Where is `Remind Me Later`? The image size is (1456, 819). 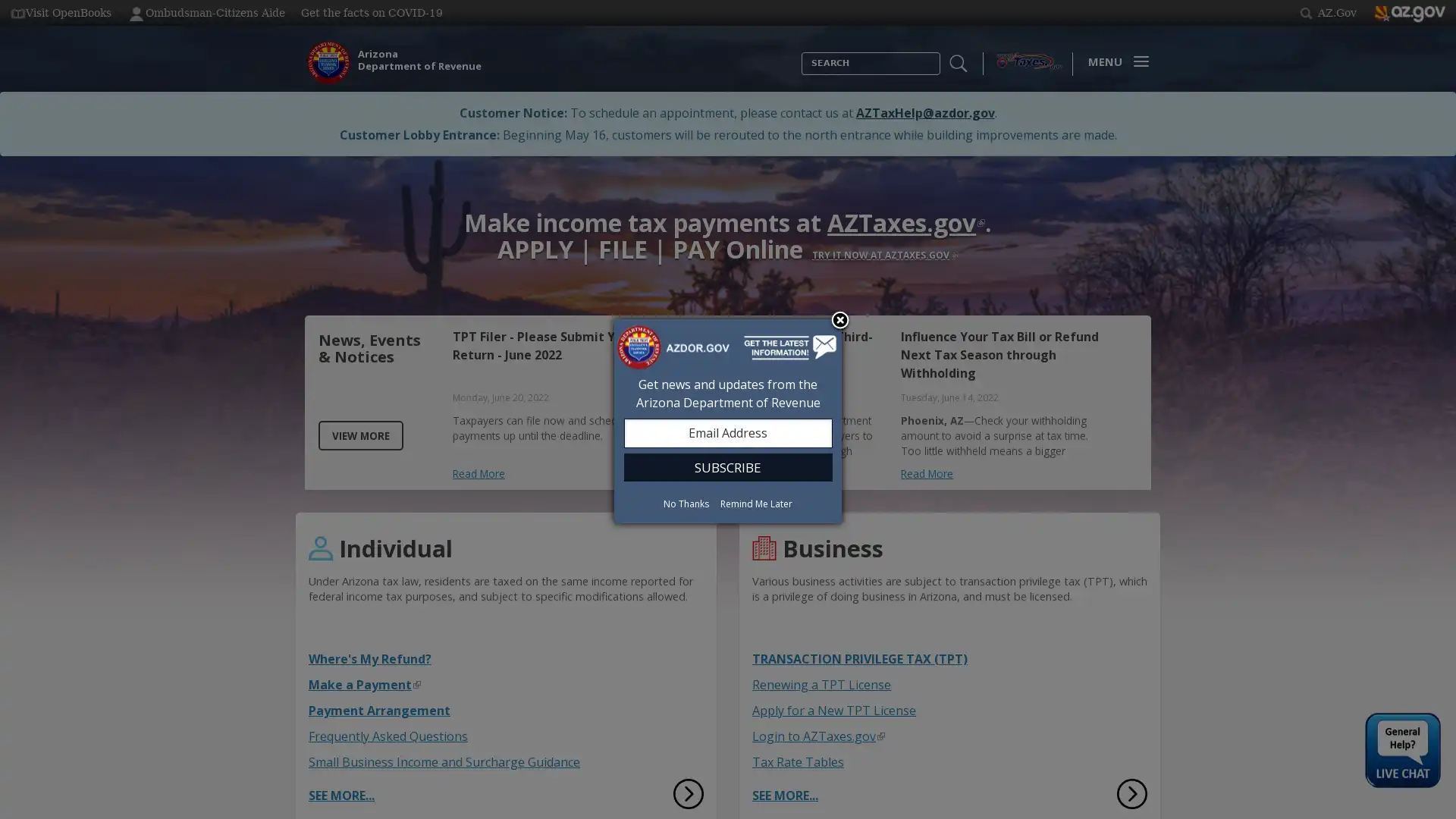 Remind Me Later is located at coordinates (756, 503).